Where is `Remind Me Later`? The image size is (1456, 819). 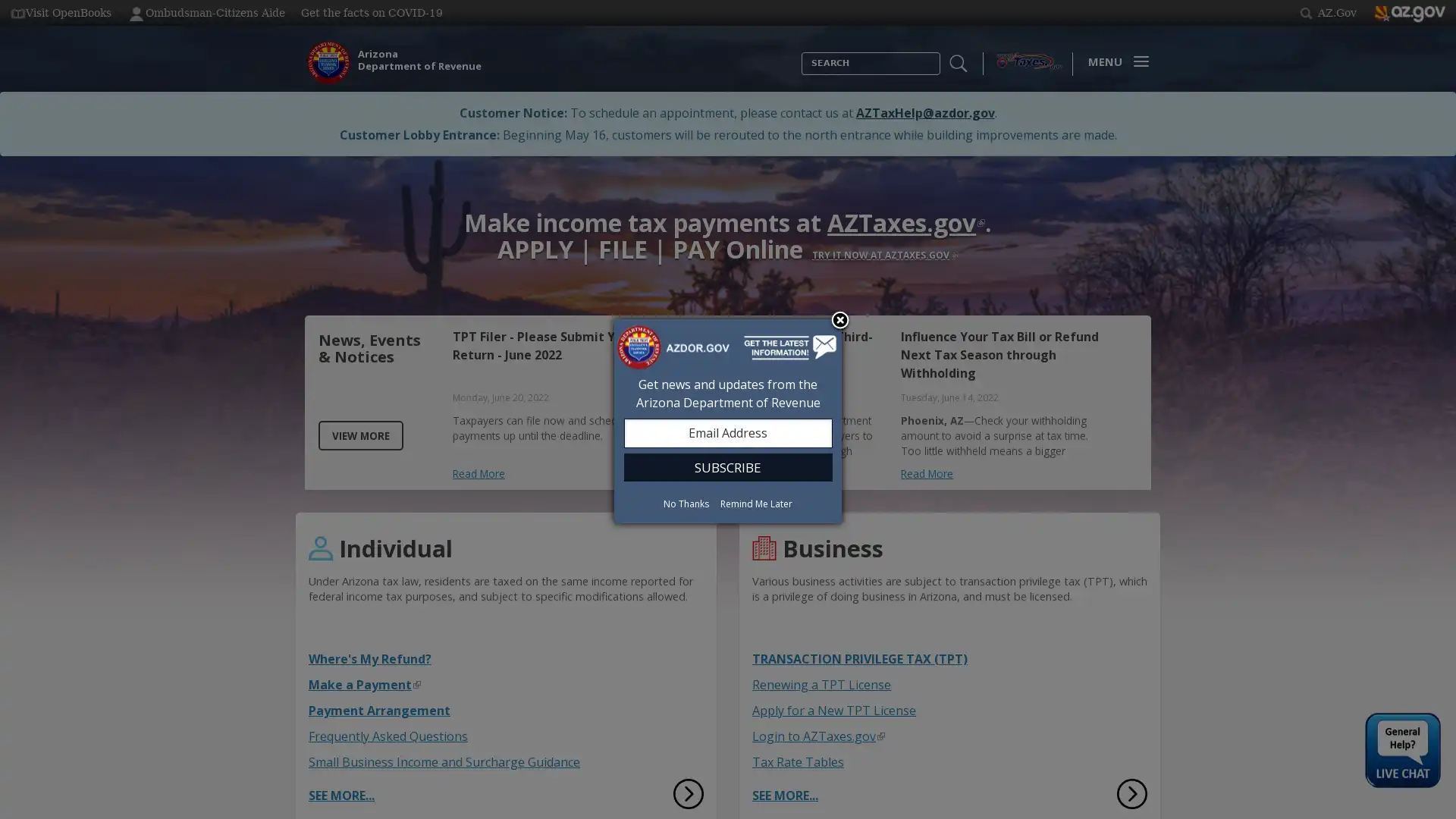 Remind Me Later is located at coordinates (756, 503).